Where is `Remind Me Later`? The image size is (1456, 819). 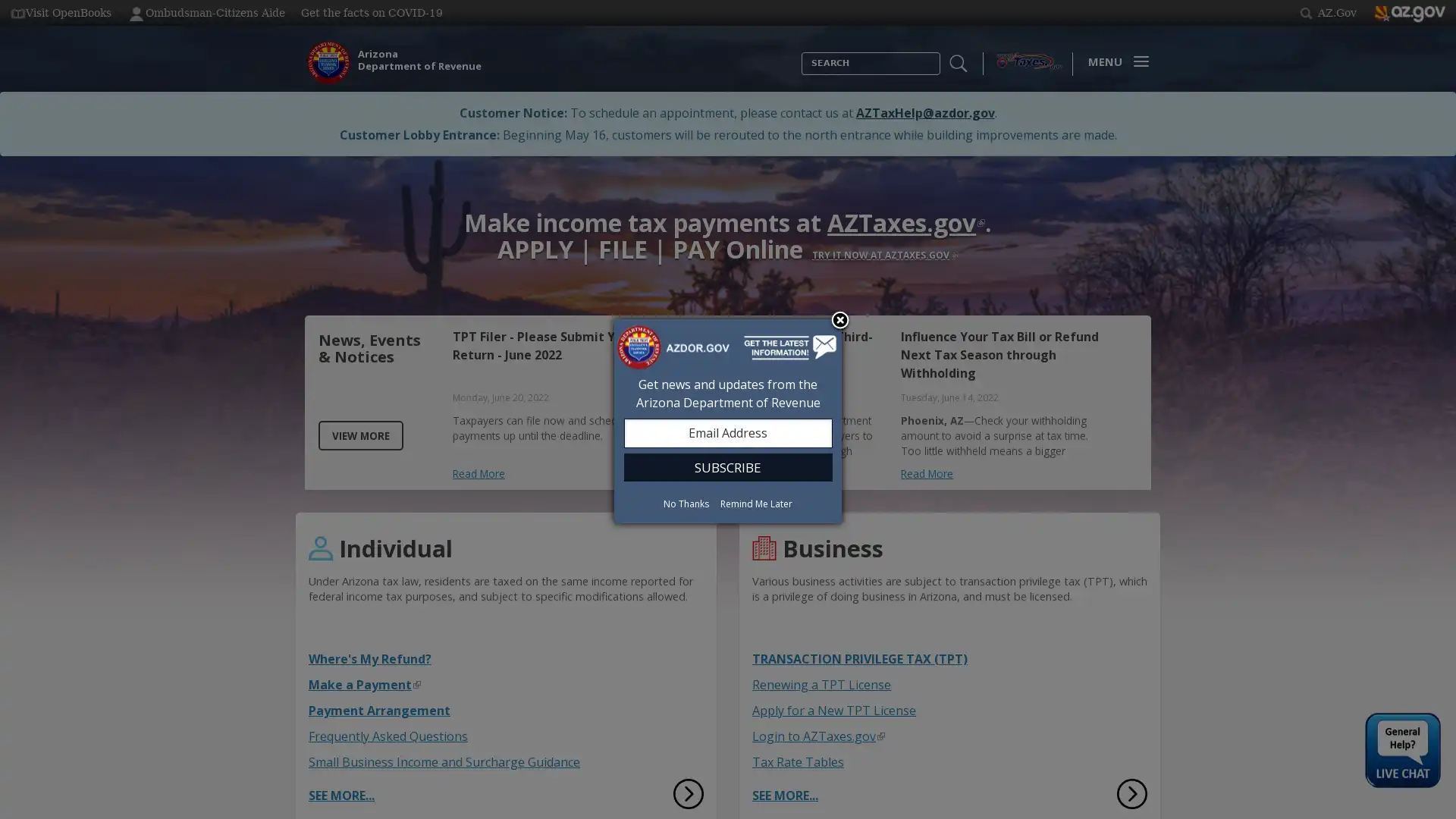 Remind Me Later is located at coordinates (756, 503).